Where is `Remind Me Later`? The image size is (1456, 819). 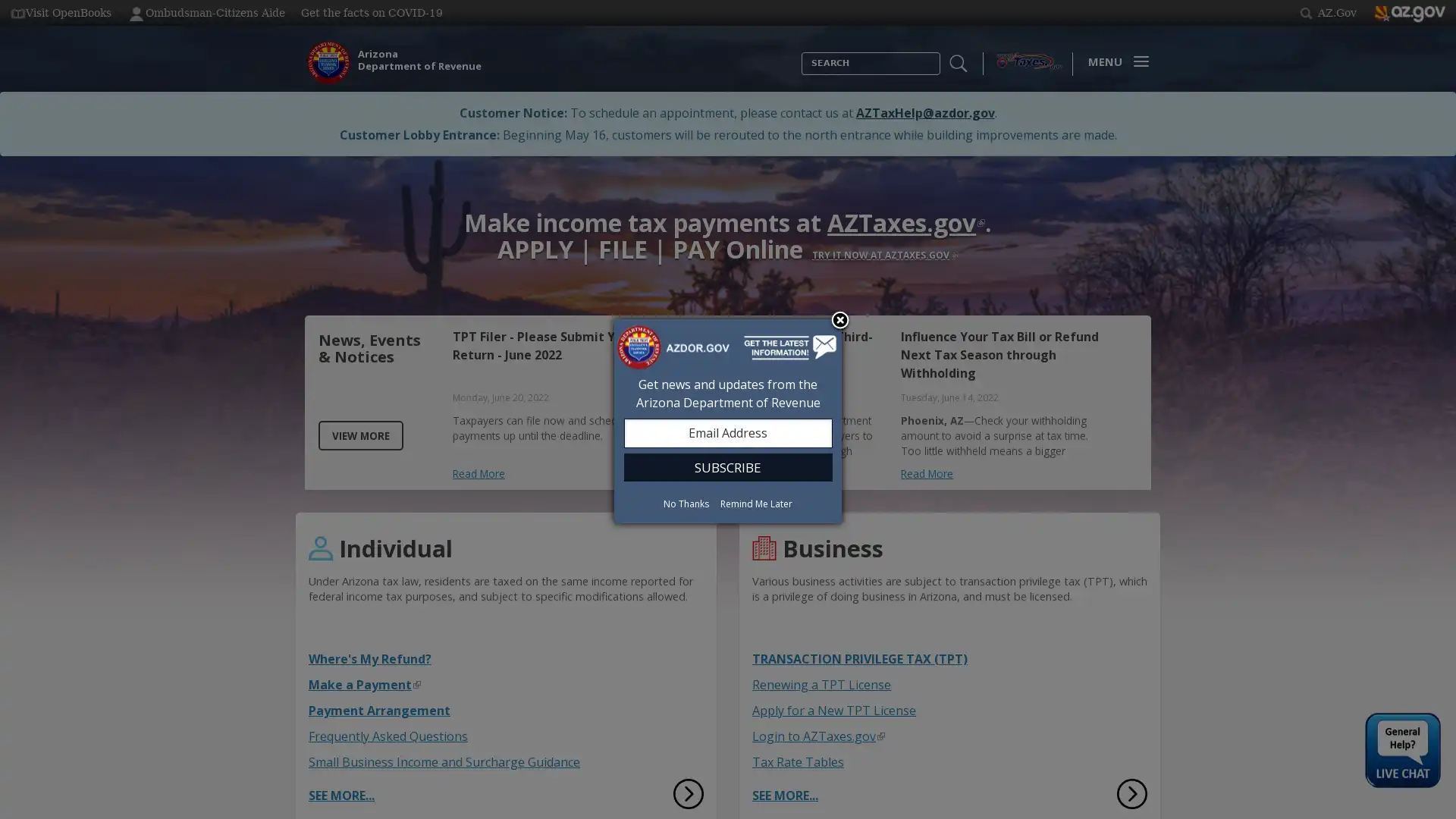 Remind Me Later is located at coordinates (756, 503).